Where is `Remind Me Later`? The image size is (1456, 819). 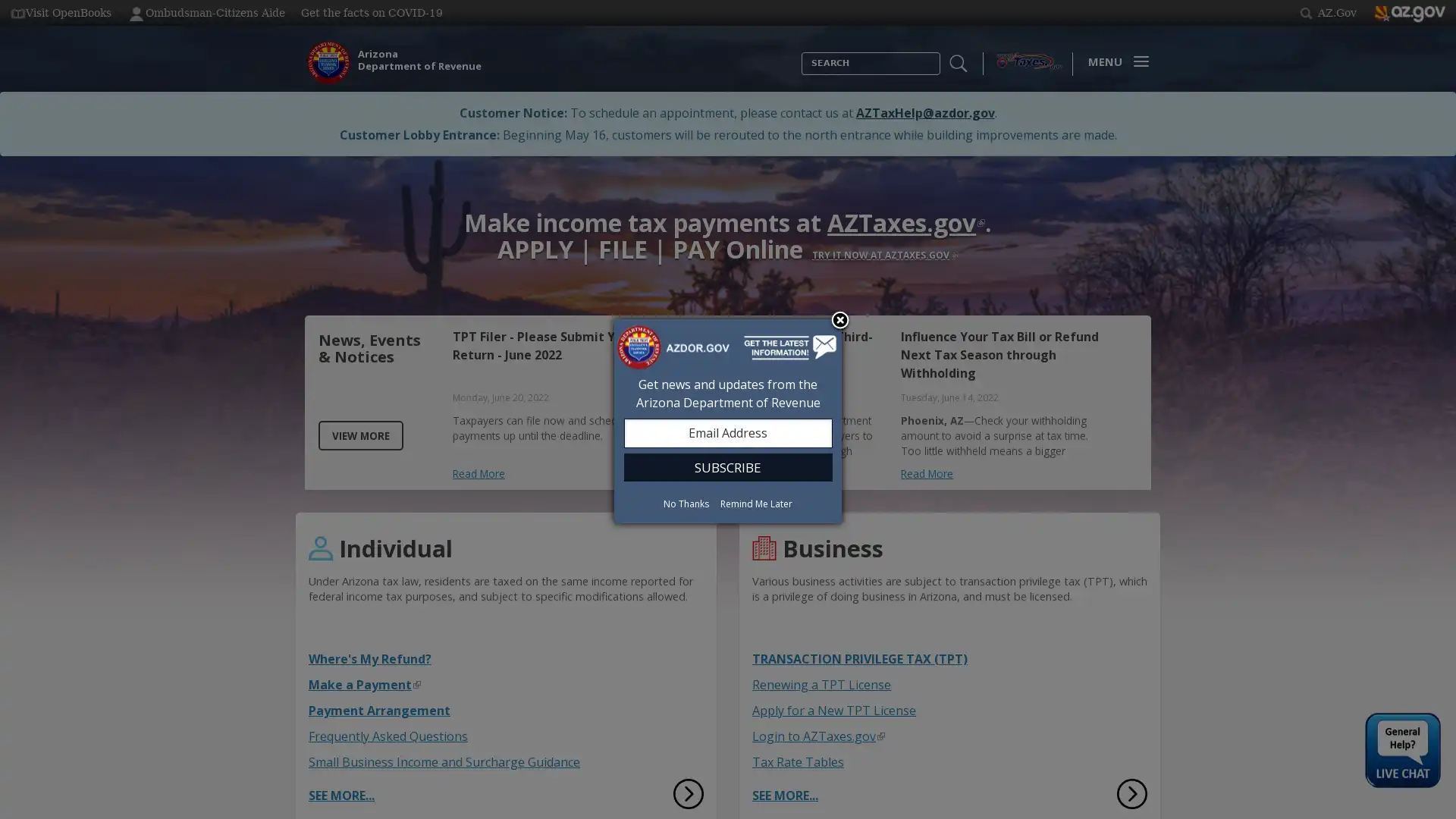 Remind Me Later is located at coordinates (756, 503).